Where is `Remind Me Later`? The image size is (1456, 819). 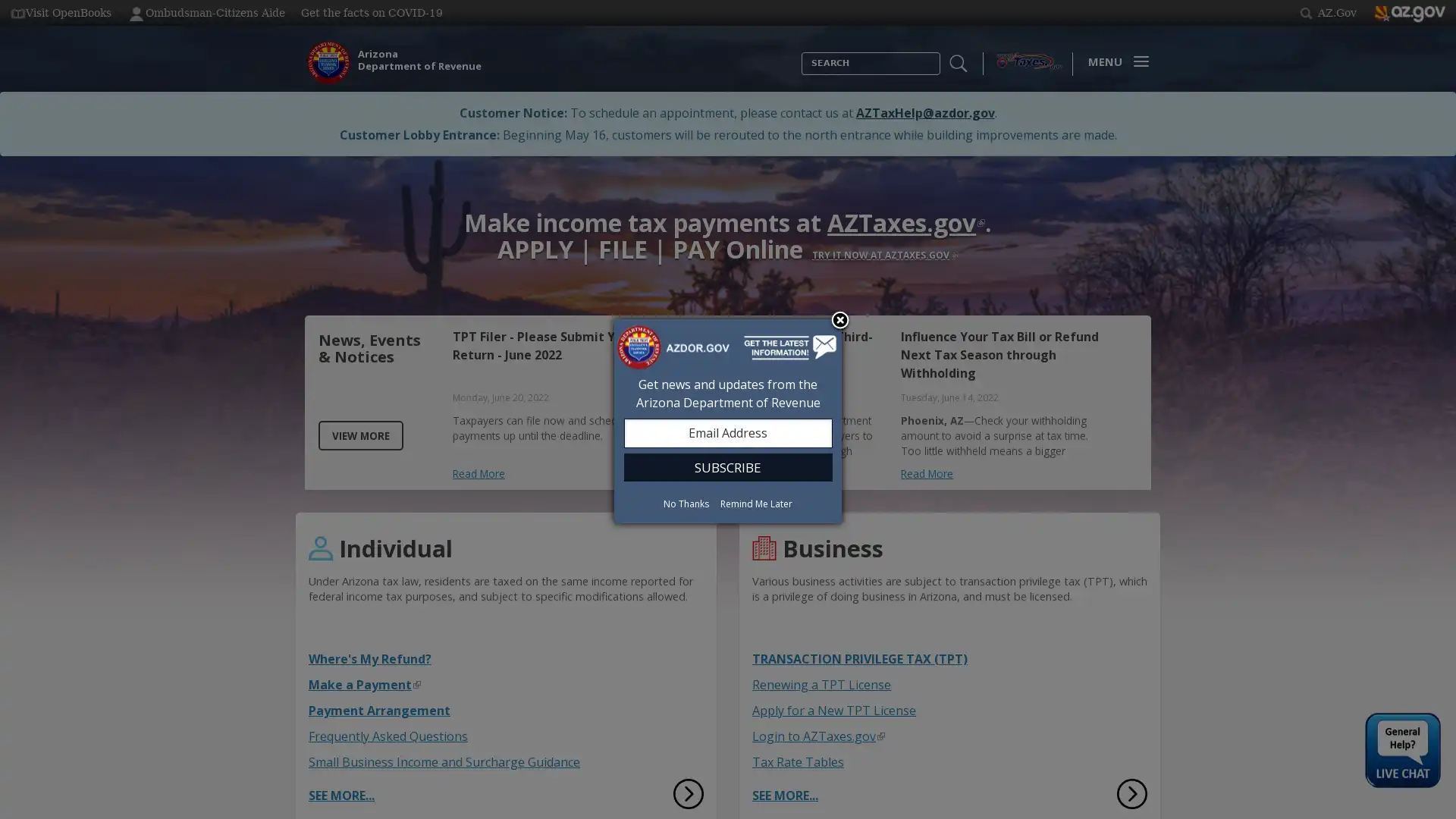 Remind Me Later is located at coordinates (756, 503).